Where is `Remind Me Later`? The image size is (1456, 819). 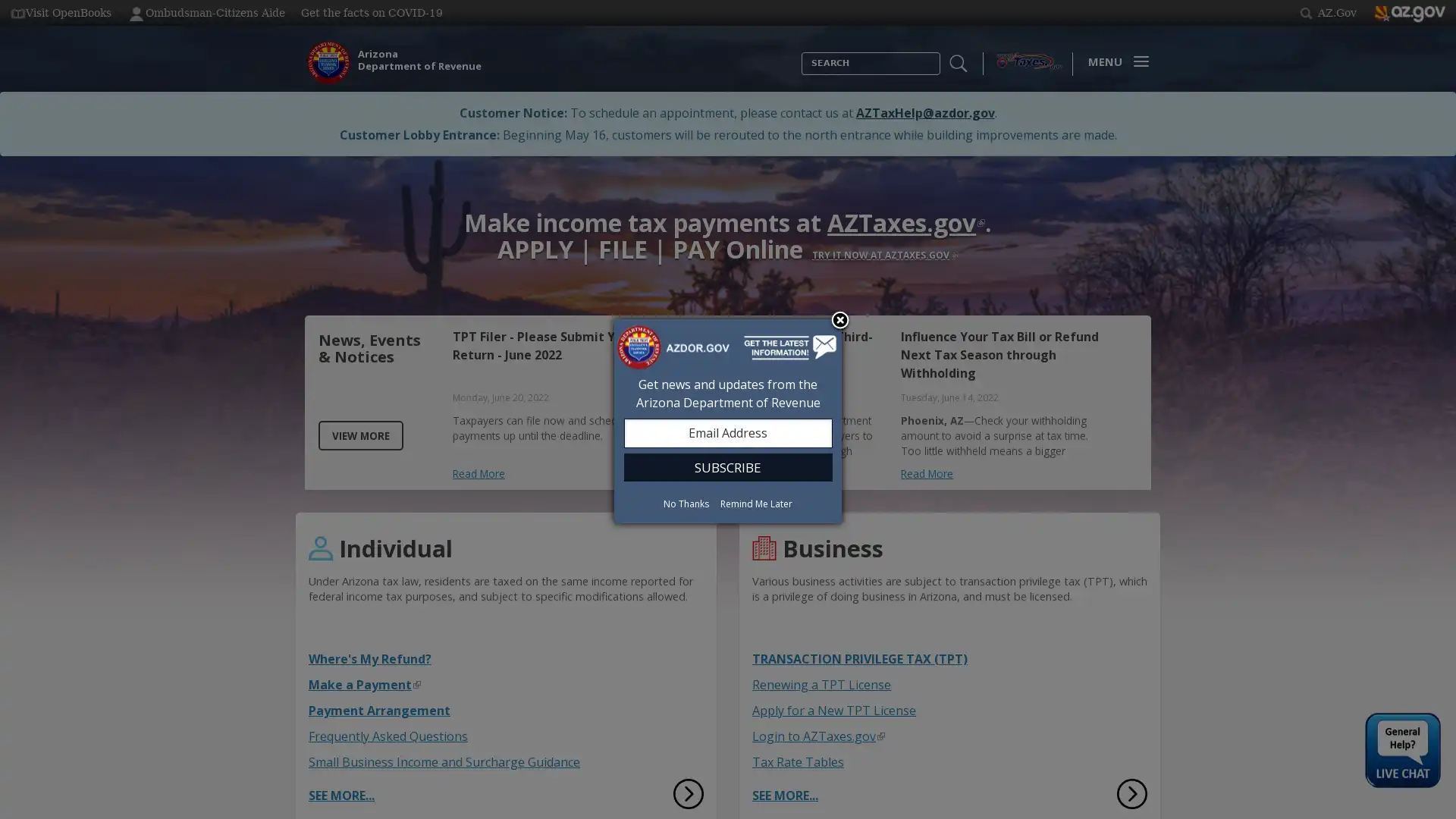 Remind Me Later is located at coordinates (756, 503).